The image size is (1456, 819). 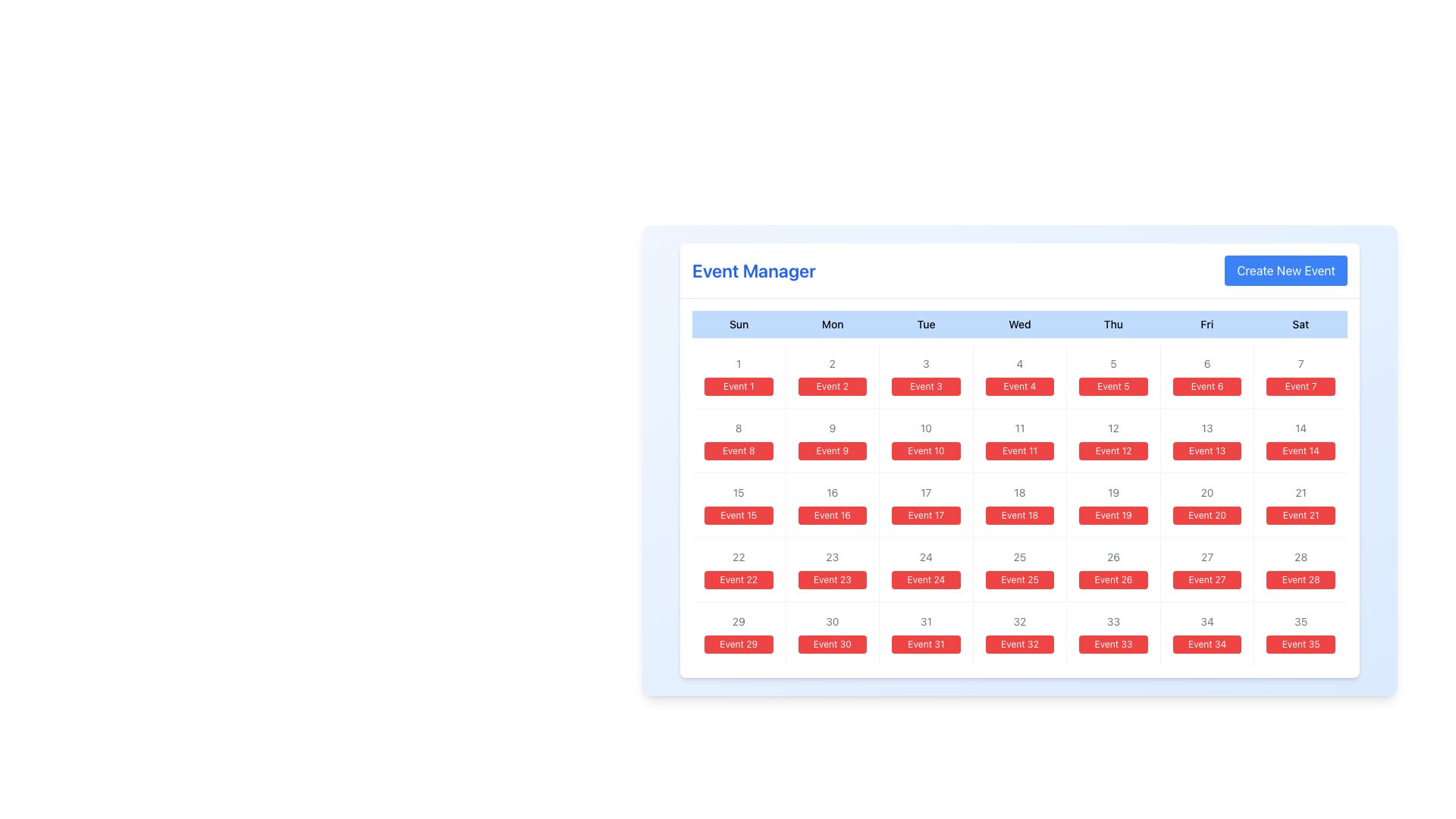 I want to click on the static text label representing the date number '16' in the calendar interface, located in the fourth row and second column under 'Mon', so click(x=831, y=493).